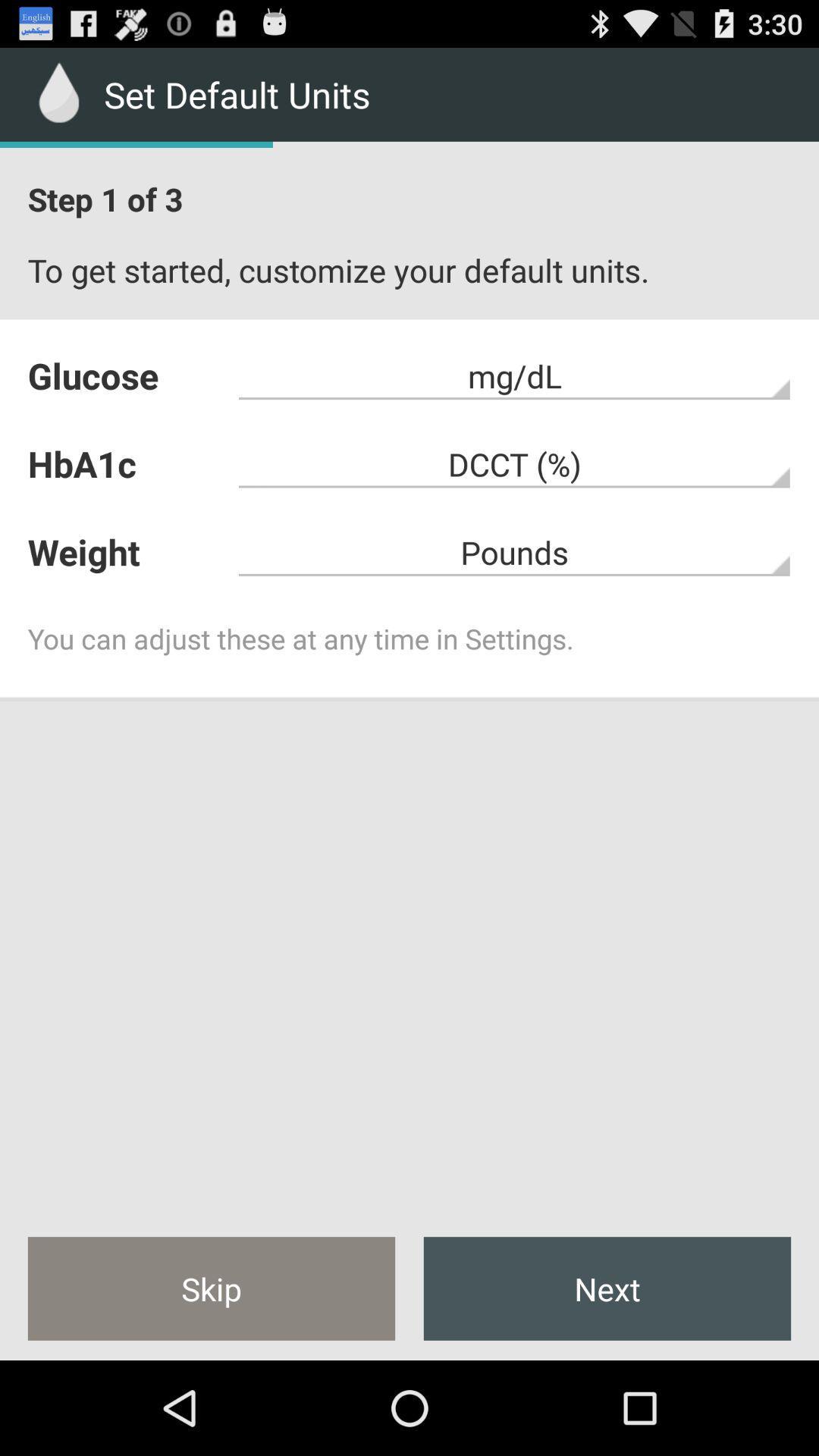 Image resolution: width=819 pixels, height=1456 pixels. Describe the element at coordinates (514, 463) in the screenshot. I see `the dcct (%)` at that location.